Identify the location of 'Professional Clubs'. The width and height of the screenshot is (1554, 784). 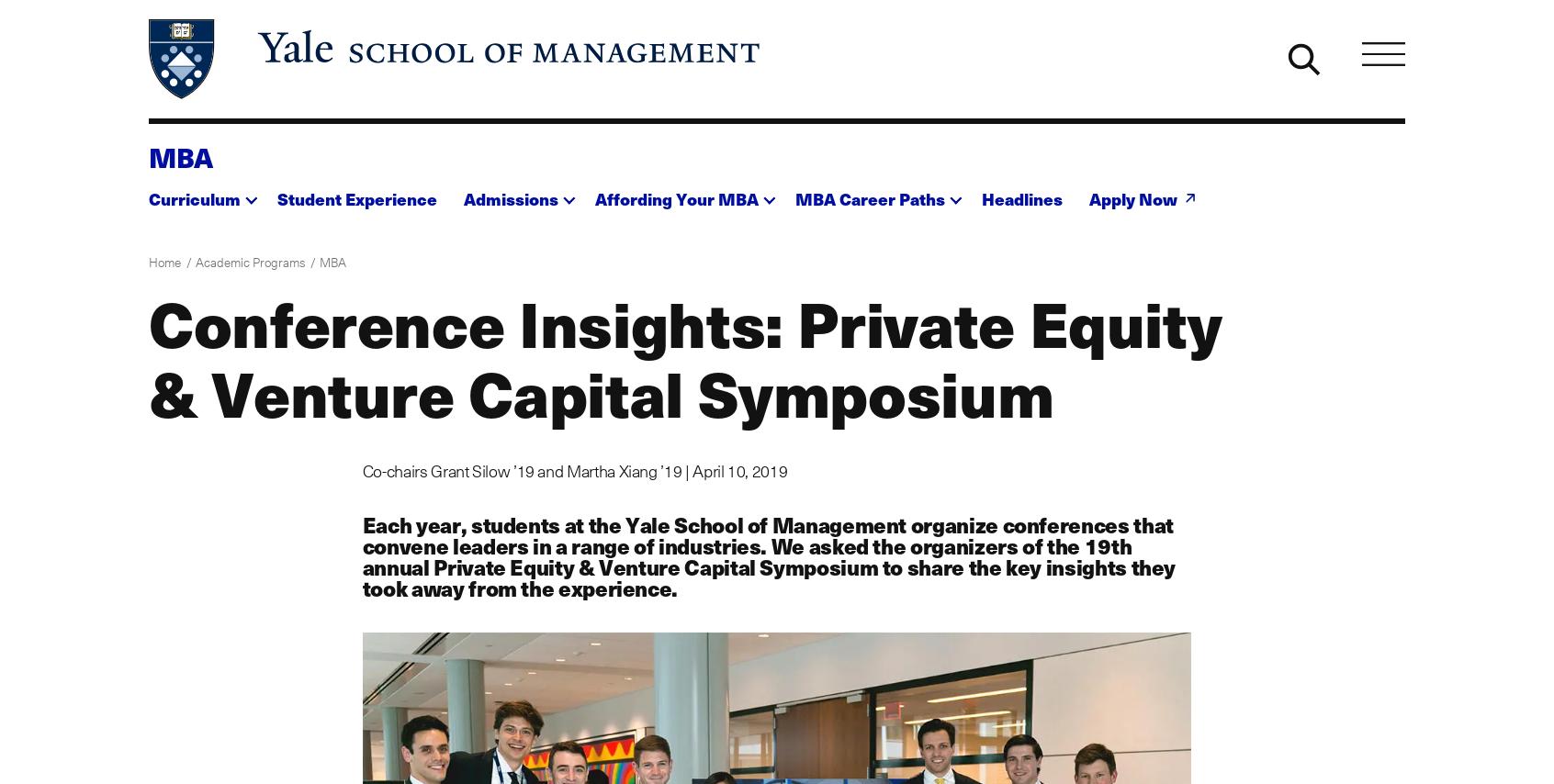
(862, 282).